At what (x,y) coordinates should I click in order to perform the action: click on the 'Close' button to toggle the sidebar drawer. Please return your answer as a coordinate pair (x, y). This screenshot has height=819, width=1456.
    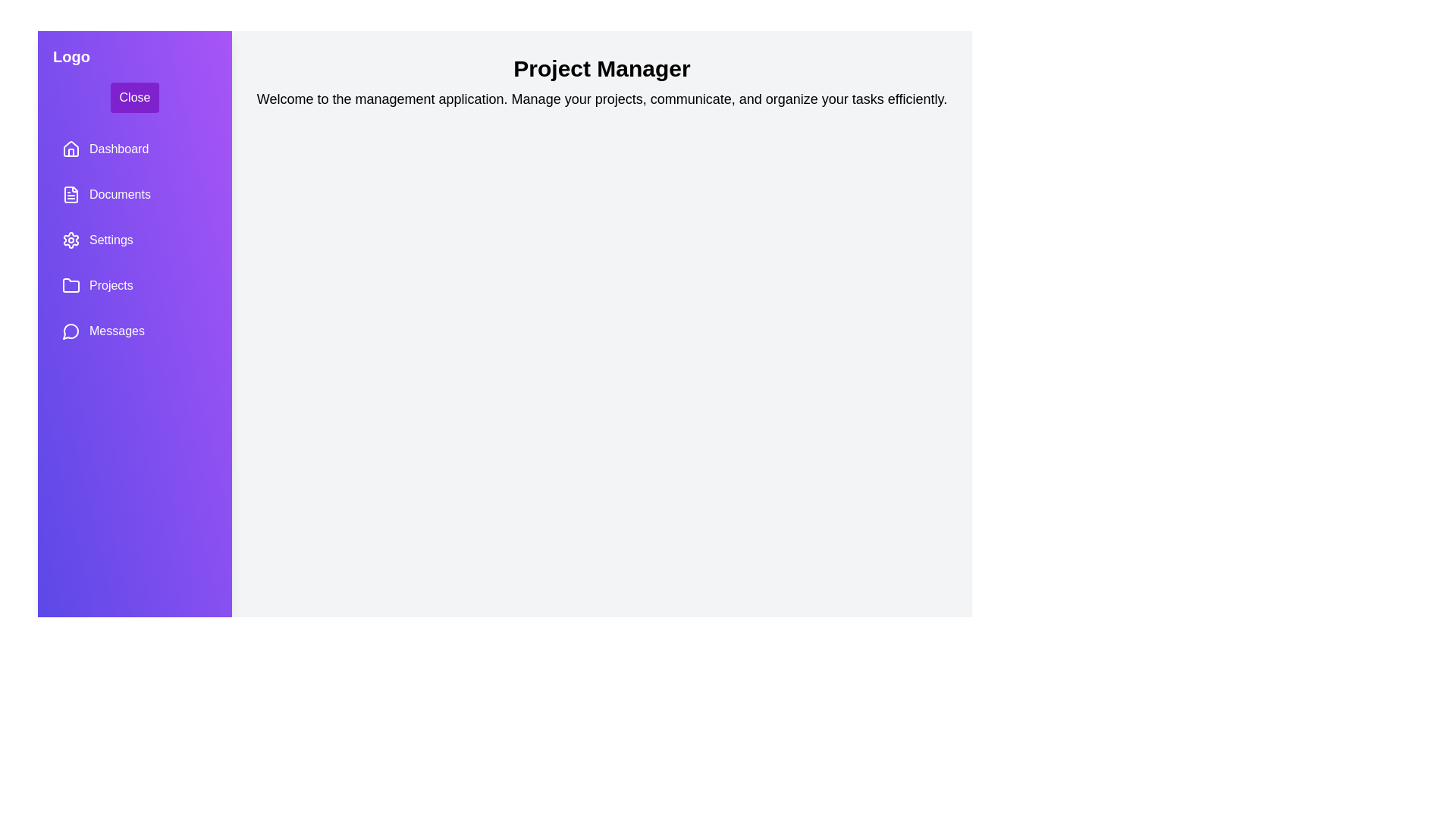
    Looking at the image, I should click on (134, 97).